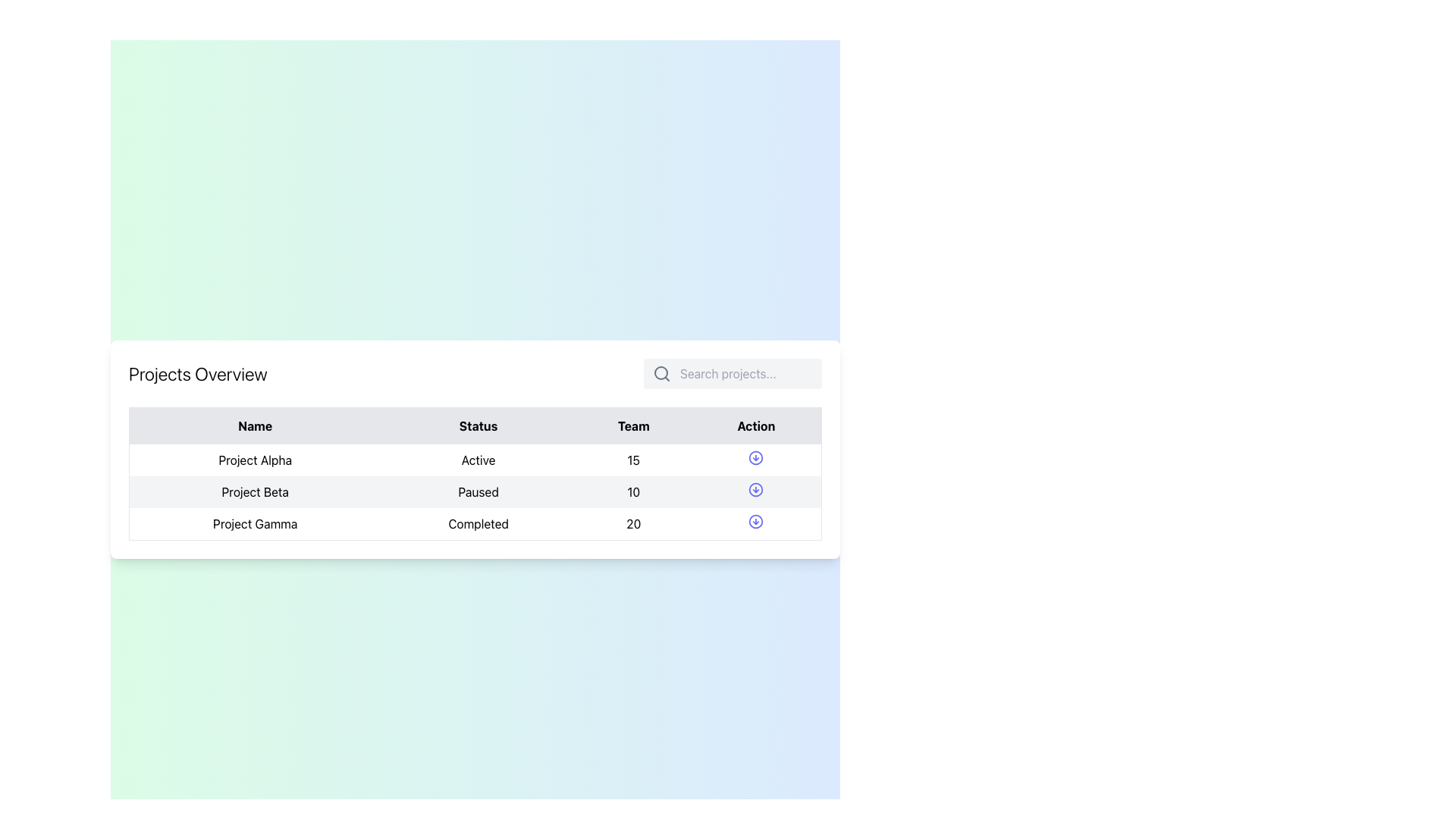 The image size is (1456, 819). Describe the element at coordinates (255, 523) in the screenshot. I see `the text label displaying 'Project Gamma' in the first column of the table row` at that location.